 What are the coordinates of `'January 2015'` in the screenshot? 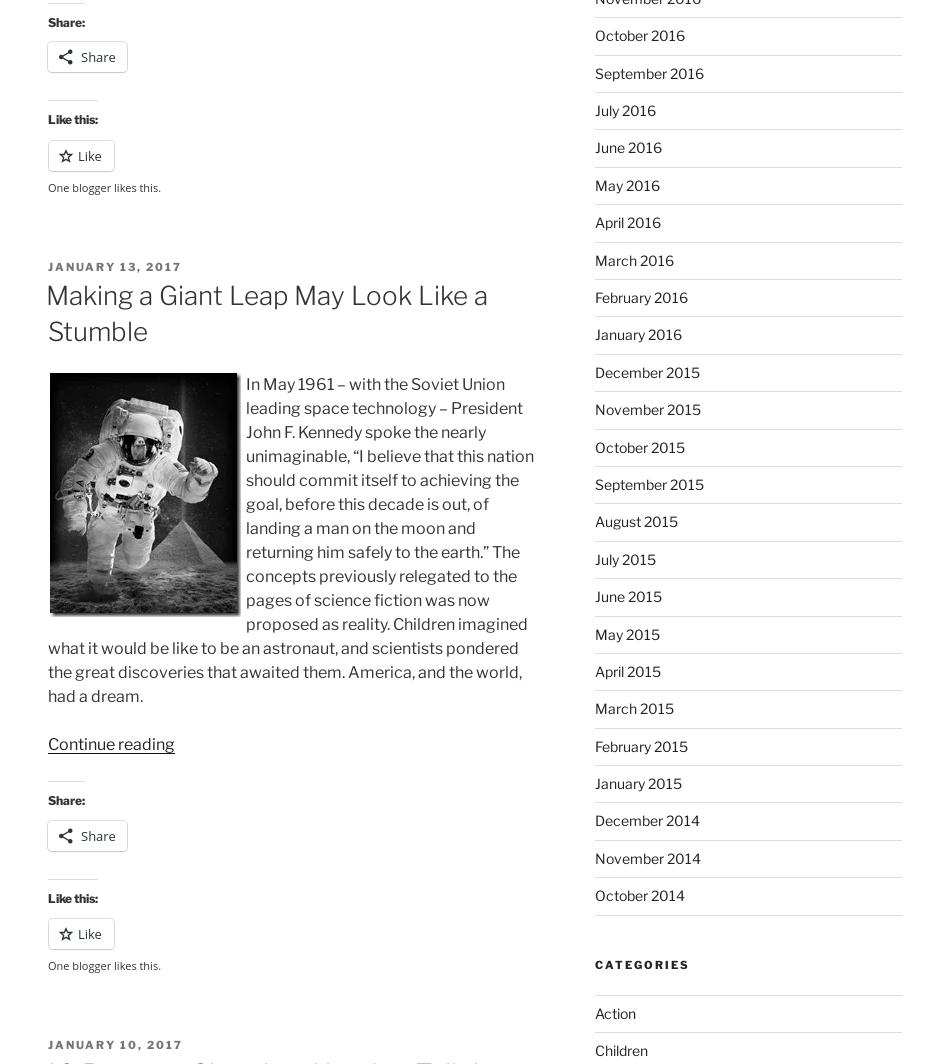 It's located at (637, 783).